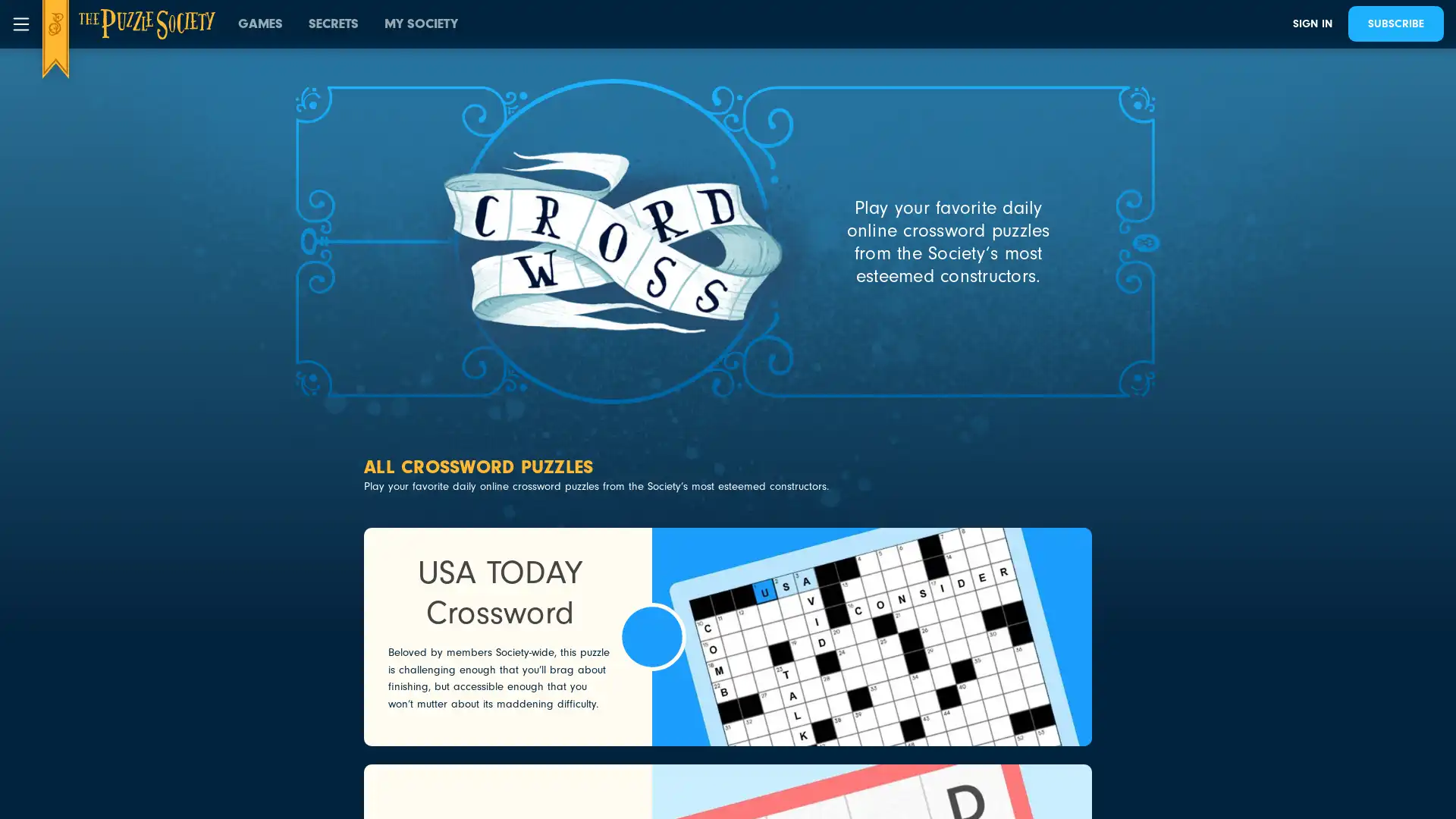  What do you see at coordinates (260, 24) in the screenshot?
I see `GAMES` at bounding box center [260, 24].